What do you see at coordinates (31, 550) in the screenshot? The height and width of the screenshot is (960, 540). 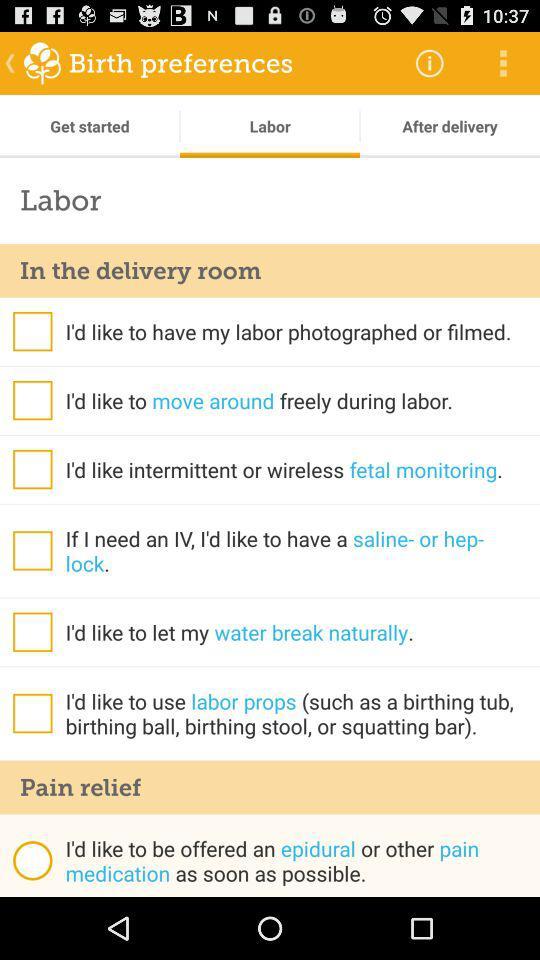 I see `question or help option` at bounding box center [31, 550].